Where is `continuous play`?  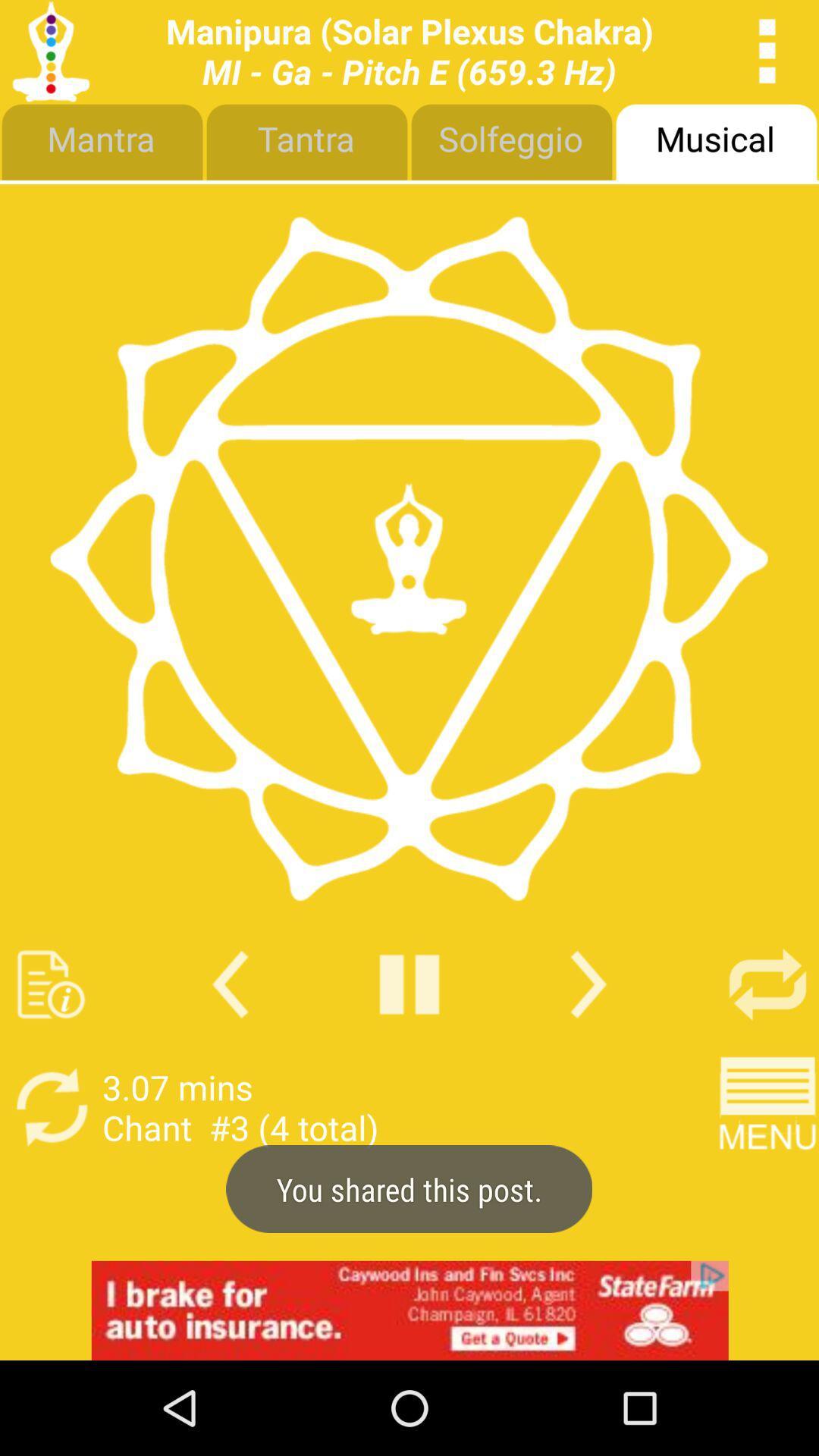
continuous play is located at coordinates (767, 984).